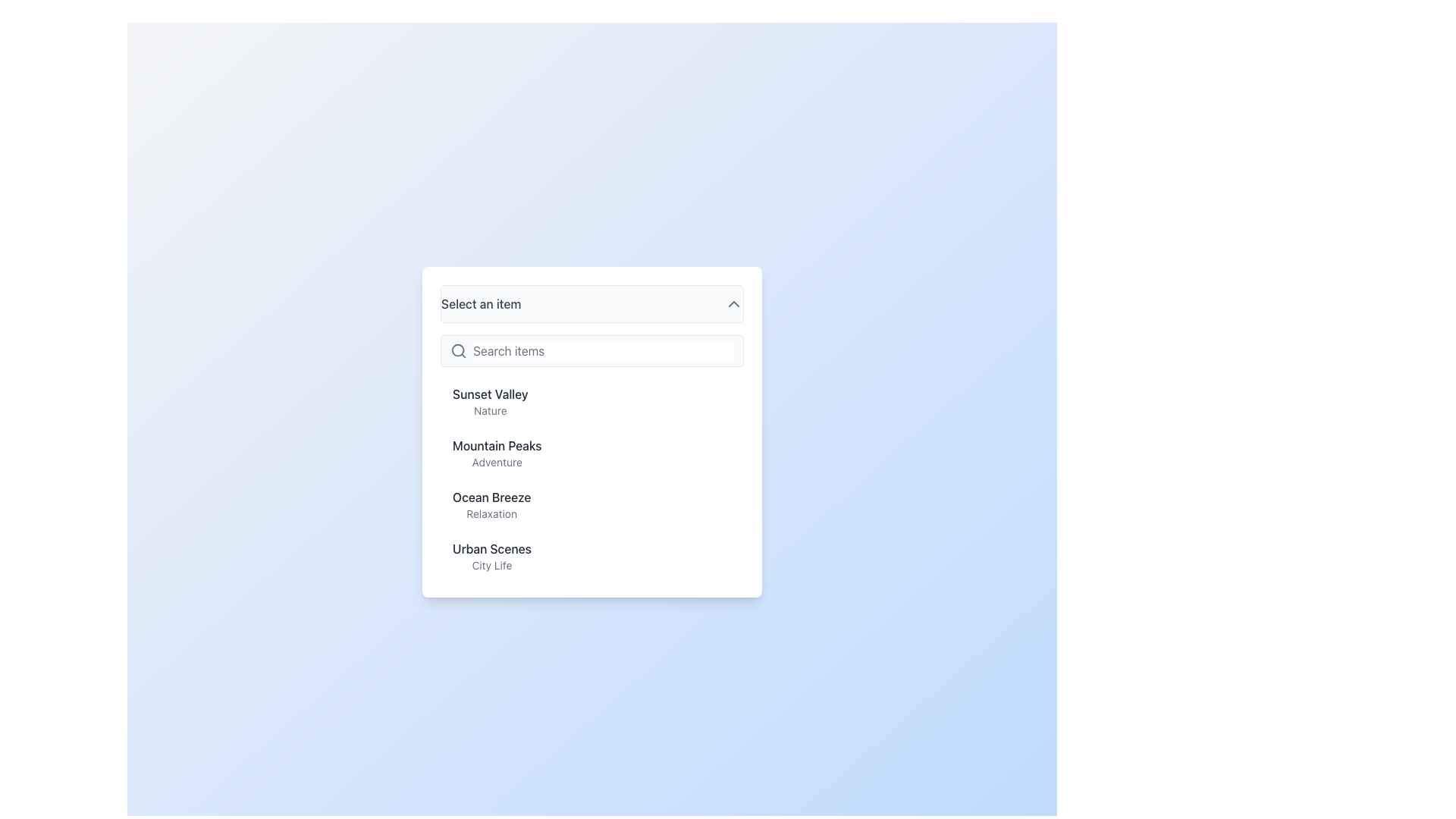 The height and width of the screenshot is (819, 1456). What do you see at coordinates (490, 411) in the screenshot?
I see `the static text label displaying 'Nature', which is located directly below 'Sunset Valley' in the dropdown menu` at bounding box center [490, 411].